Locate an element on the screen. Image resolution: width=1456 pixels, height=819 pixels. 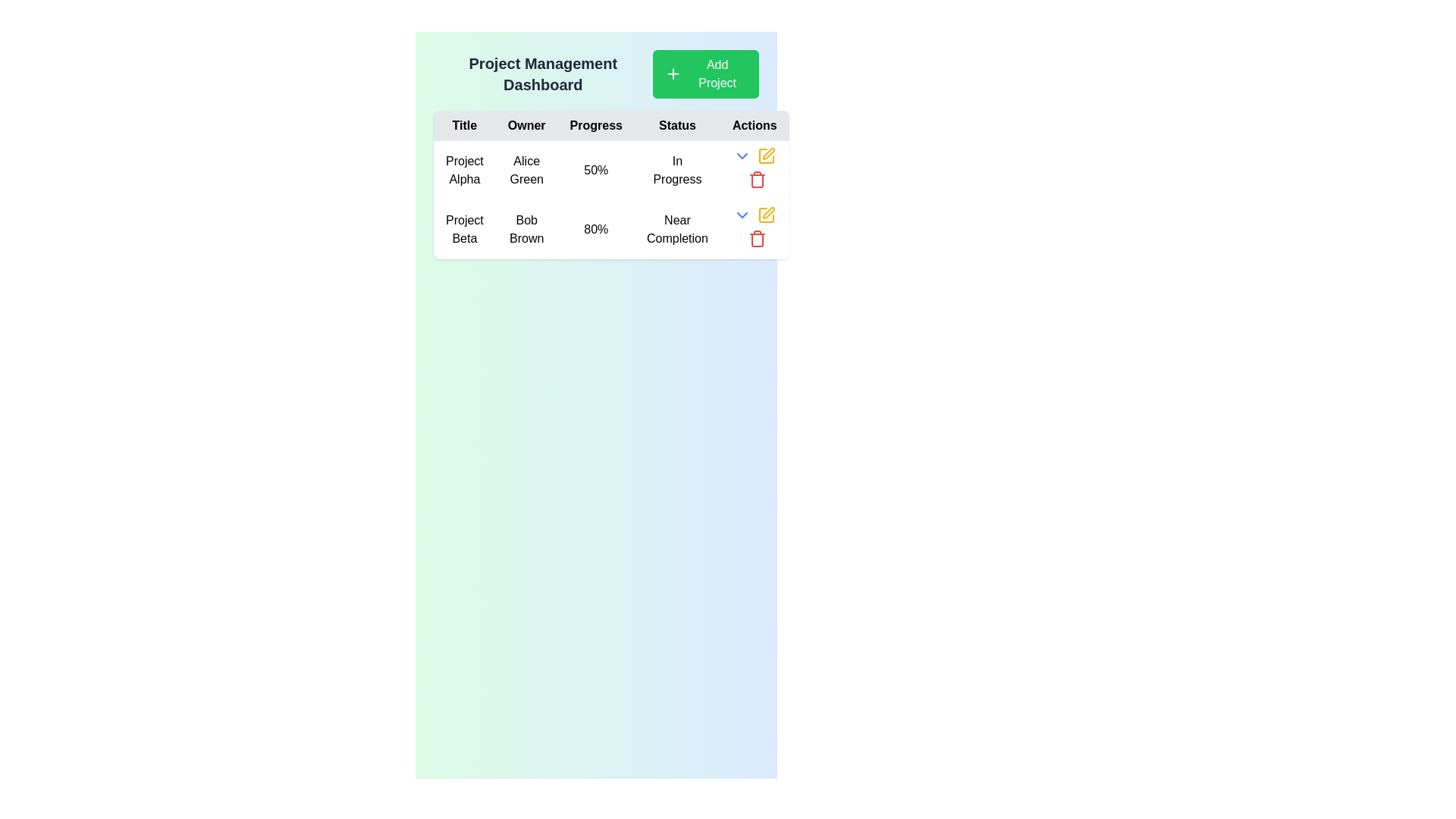
data displayed in the second row of the project information table, which is located below the header and above subsequent rows is located at coordinates (611, 230).